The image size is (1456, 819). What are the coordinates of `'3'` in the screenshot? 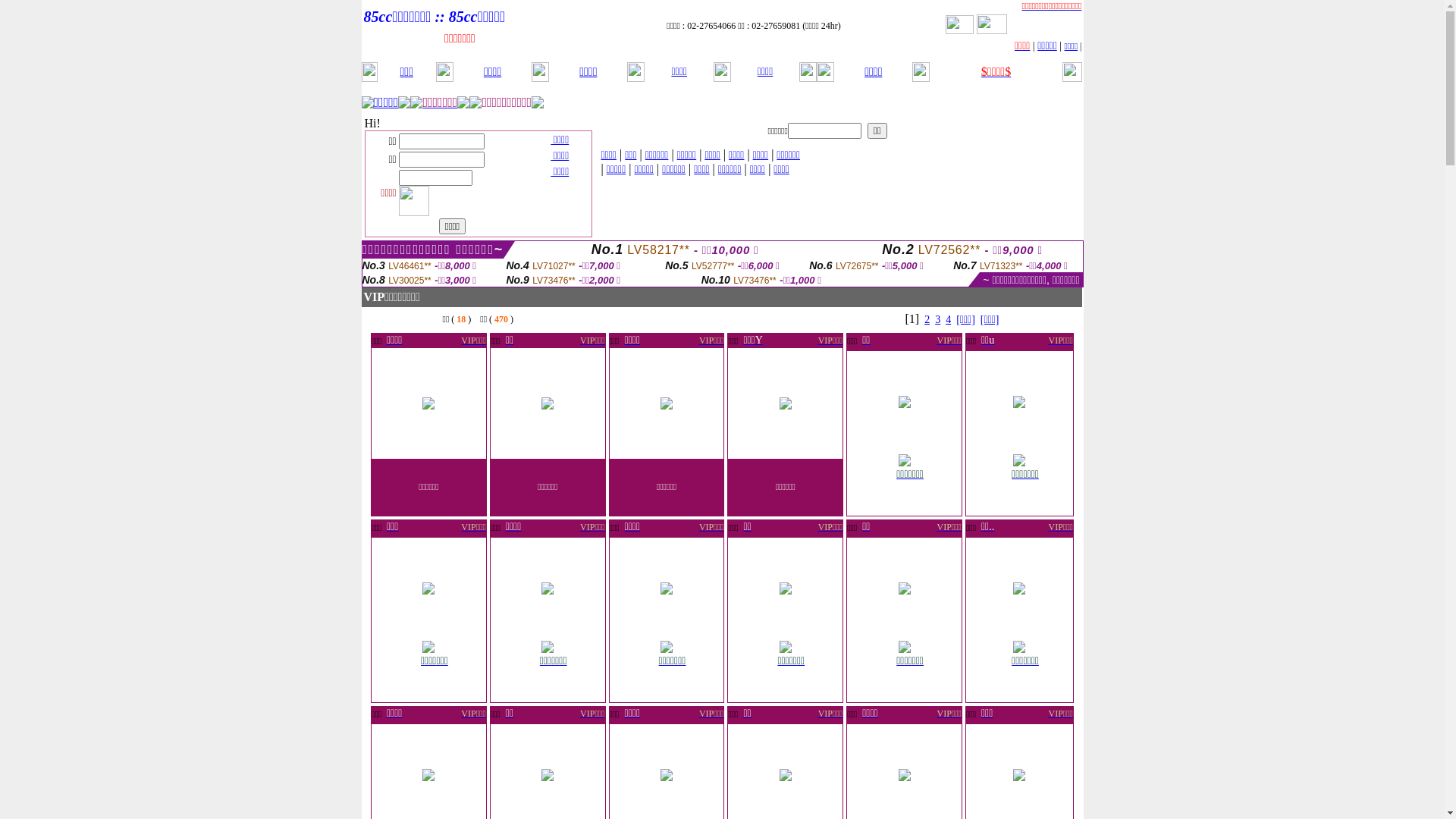 It's located at (937, 318).